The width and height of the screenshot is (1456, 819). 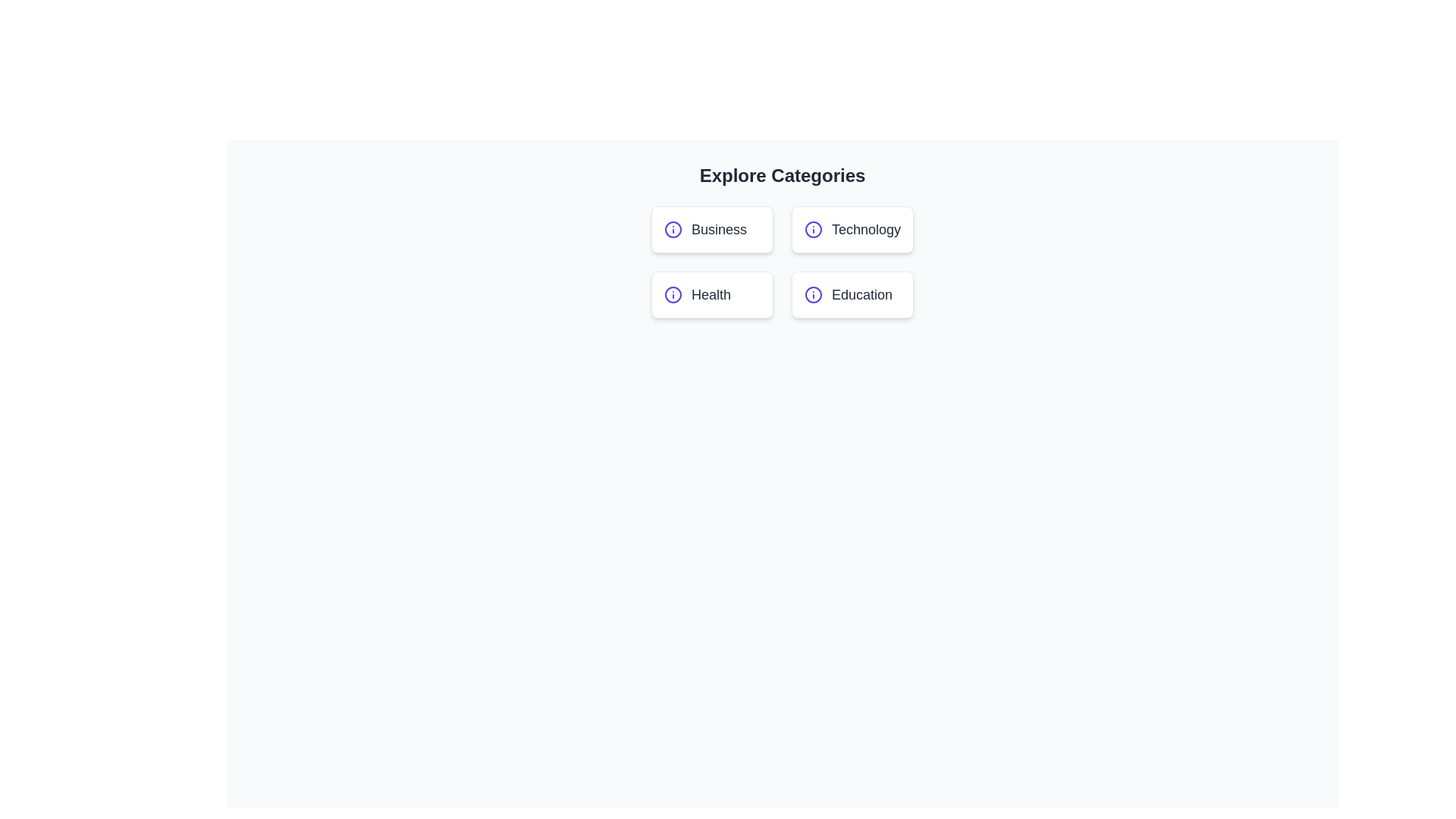 I want to click on the 'Health' category option, so click(x=711, y=295).